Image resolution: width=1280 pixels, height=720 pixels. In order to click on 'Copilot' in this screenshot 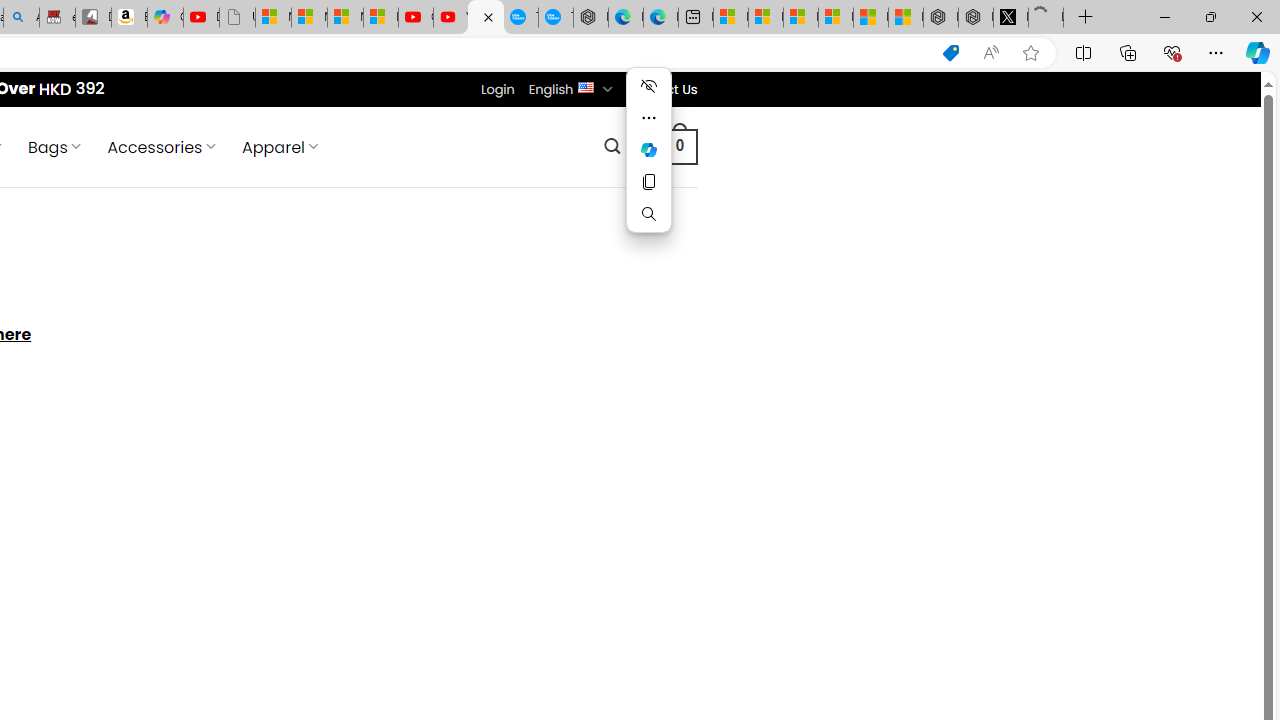, I will do `click(165, 17)`.